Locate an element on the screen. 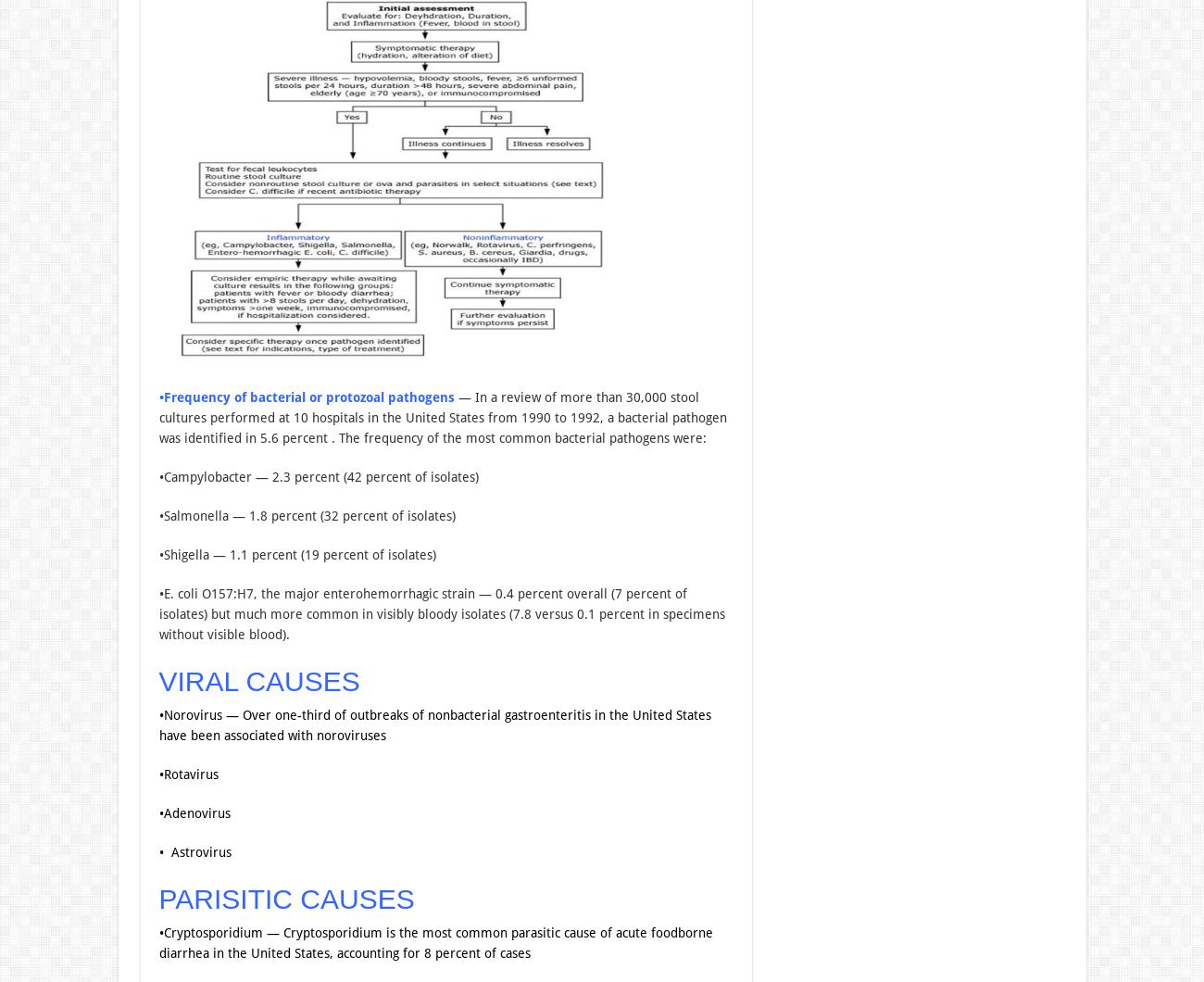 This screenshot has height=982, width=1204. 'VIRAL CAUSES' is located at coordinates (157, 679).